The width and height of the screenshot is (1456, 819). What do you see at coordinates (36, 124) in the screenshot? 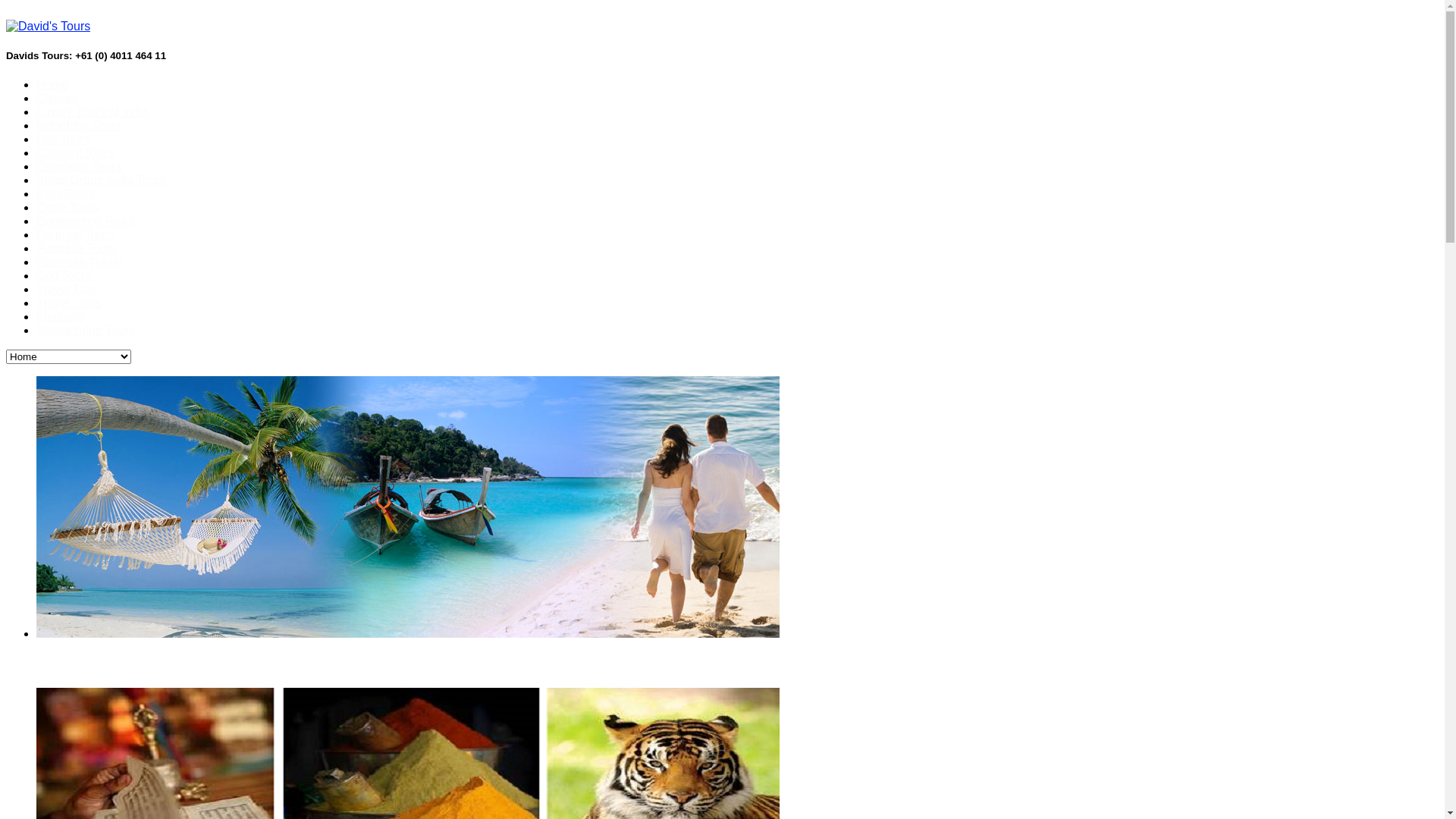
I see `'Indochina Tours'` at bounding box center [36, 124].